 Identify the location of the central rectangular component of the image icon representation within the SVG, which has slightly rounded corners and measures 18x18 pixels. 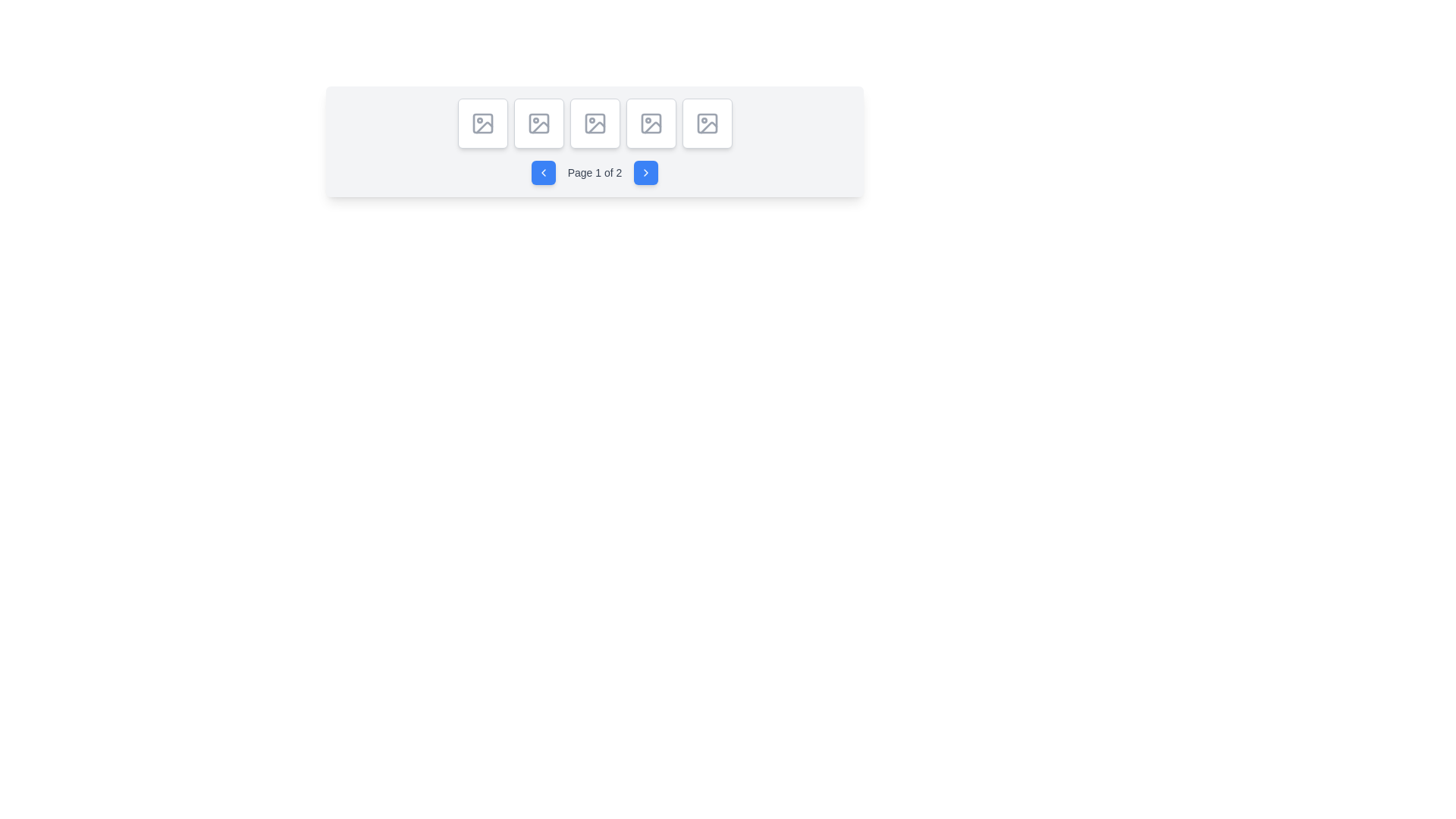
(594, 122).